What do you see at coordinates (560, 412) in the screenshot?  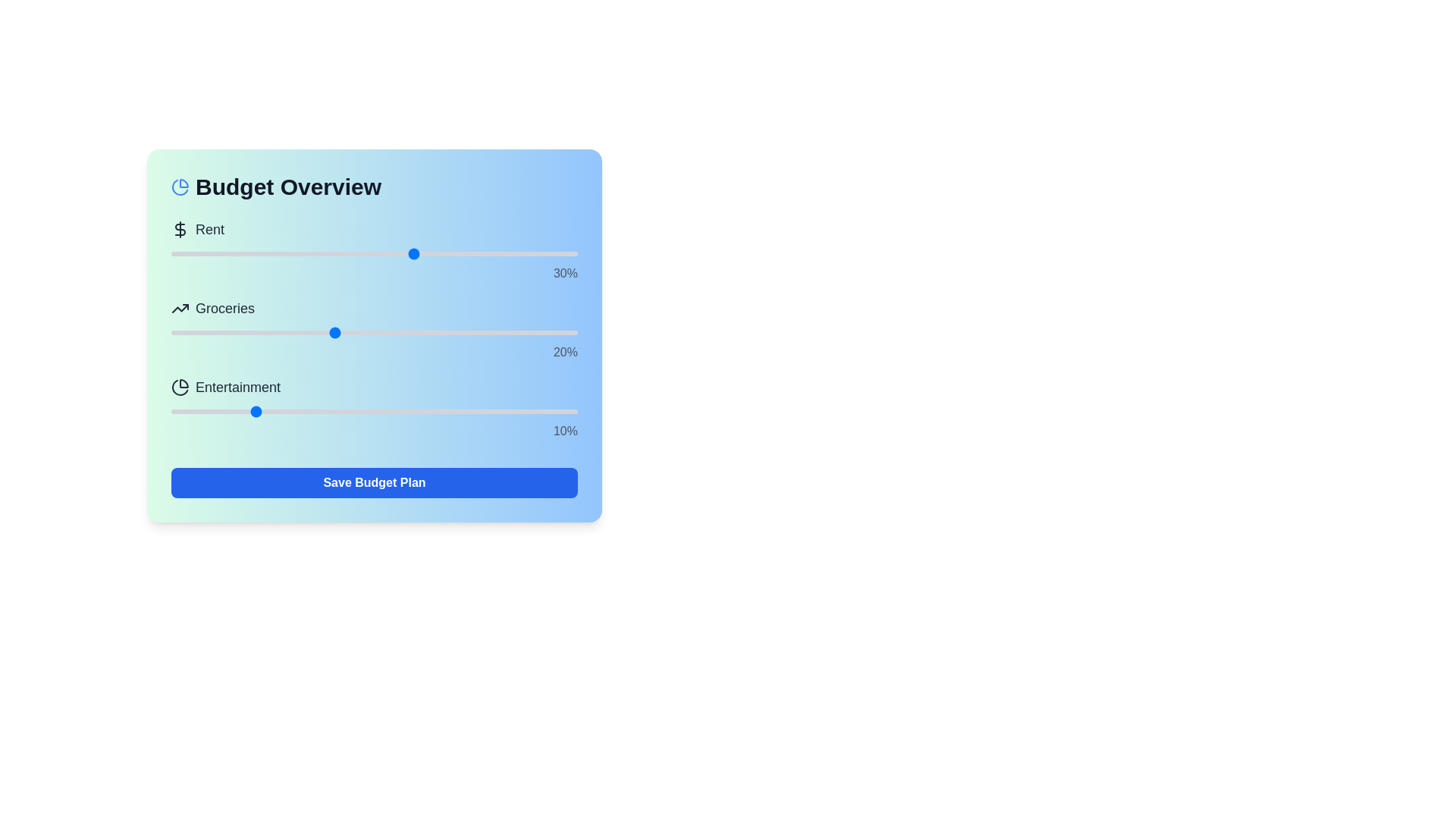 I see `the slider` at bounding box center [560, 412].